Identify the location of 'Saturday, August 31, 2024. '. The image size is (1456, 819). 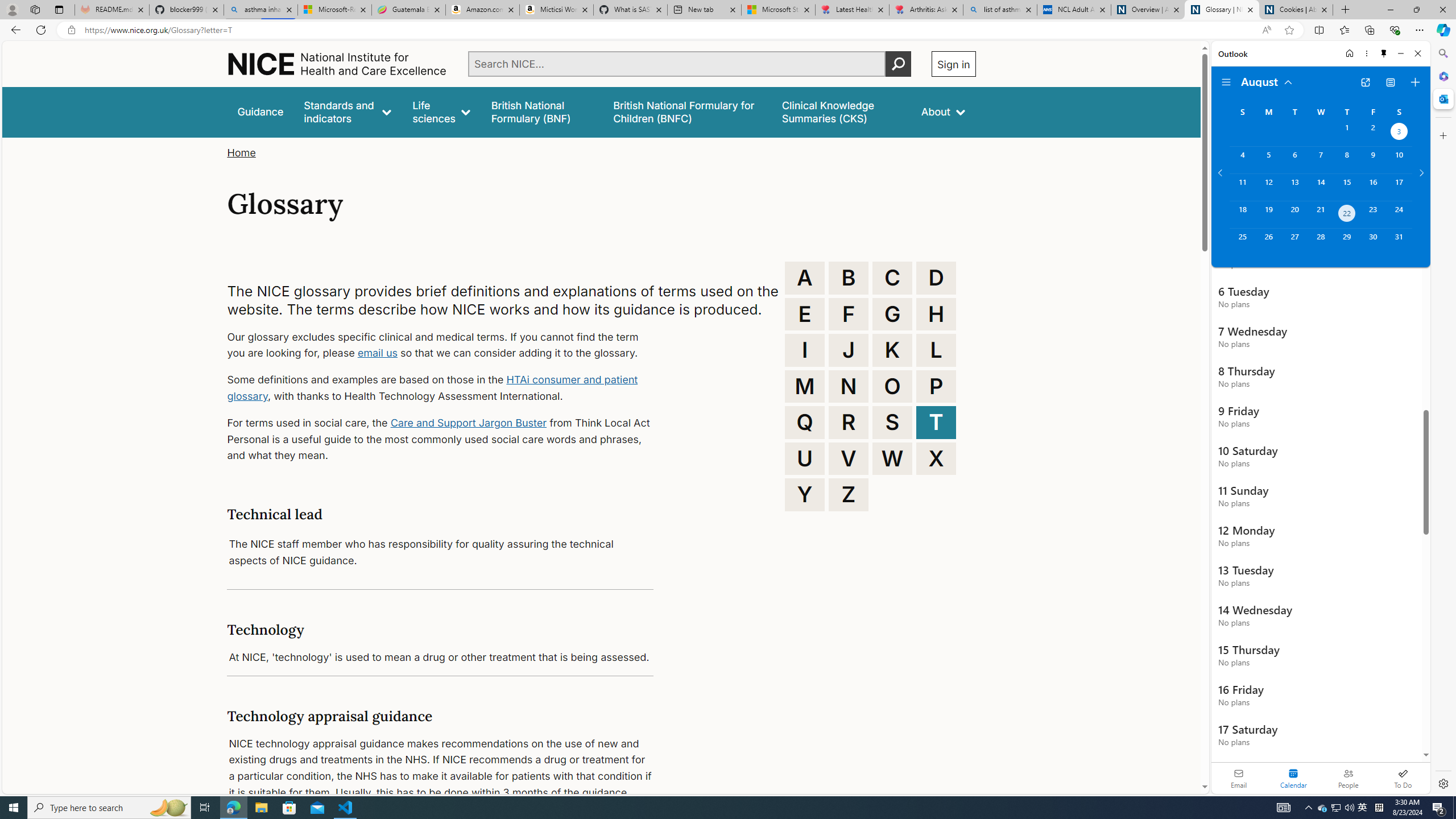
(1399, 242).